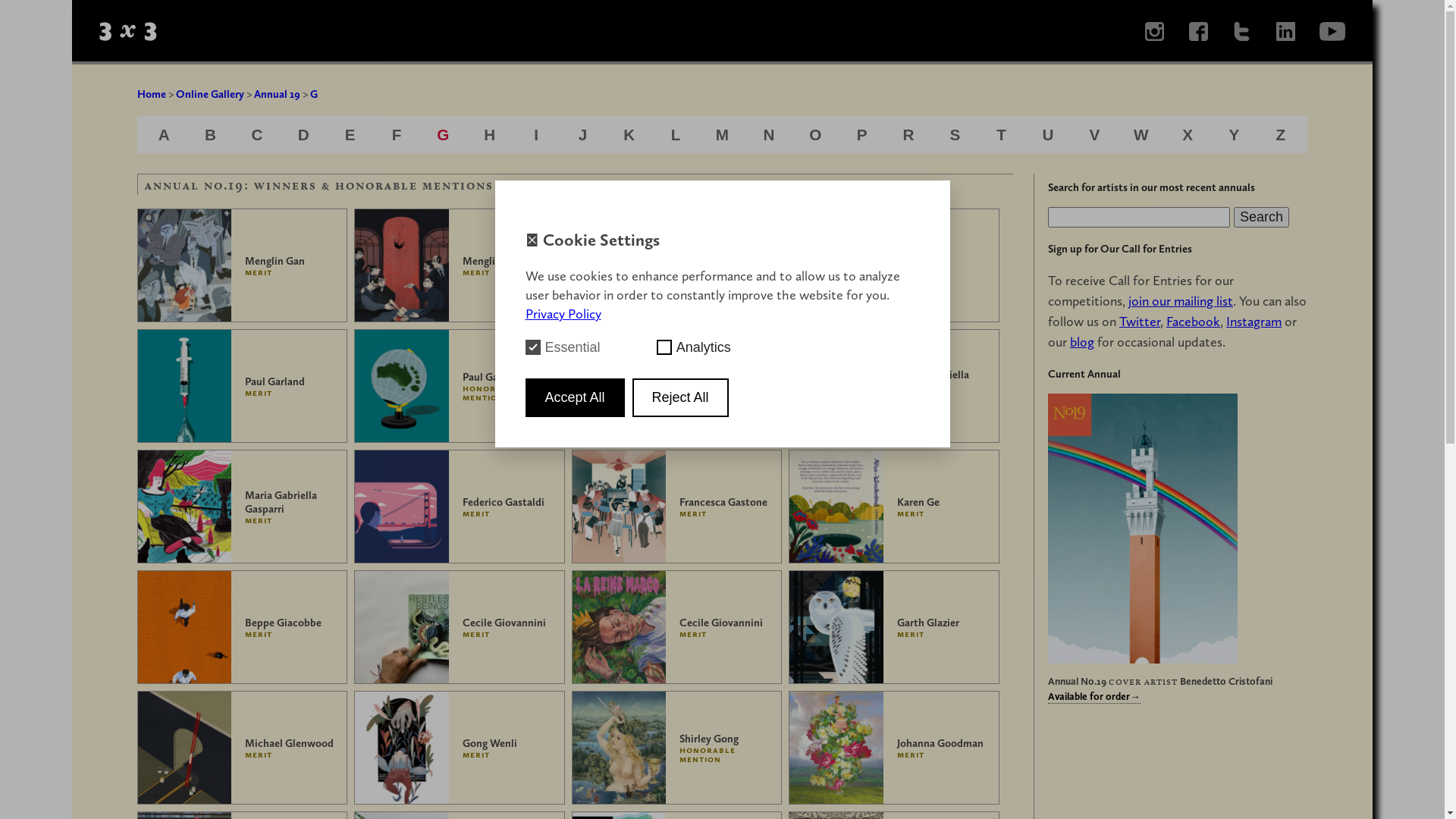  Describe the element at coordinates (629, 133) in the screenshot. I see `'K'` at that location.